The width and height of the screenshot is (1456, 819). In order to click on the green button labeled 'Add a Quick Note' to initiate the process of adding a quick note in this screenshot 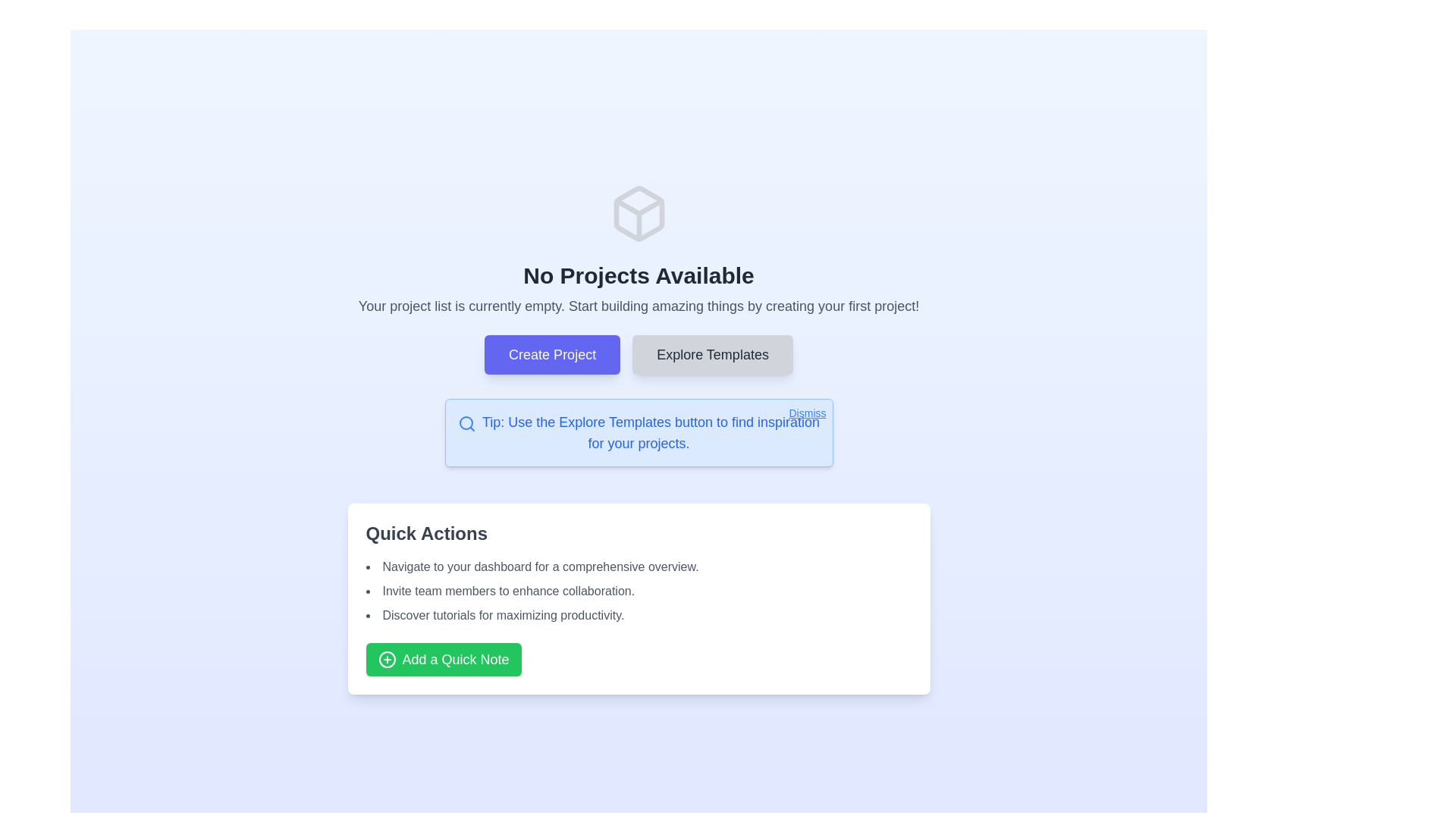, I will do `click(443, 659)`.